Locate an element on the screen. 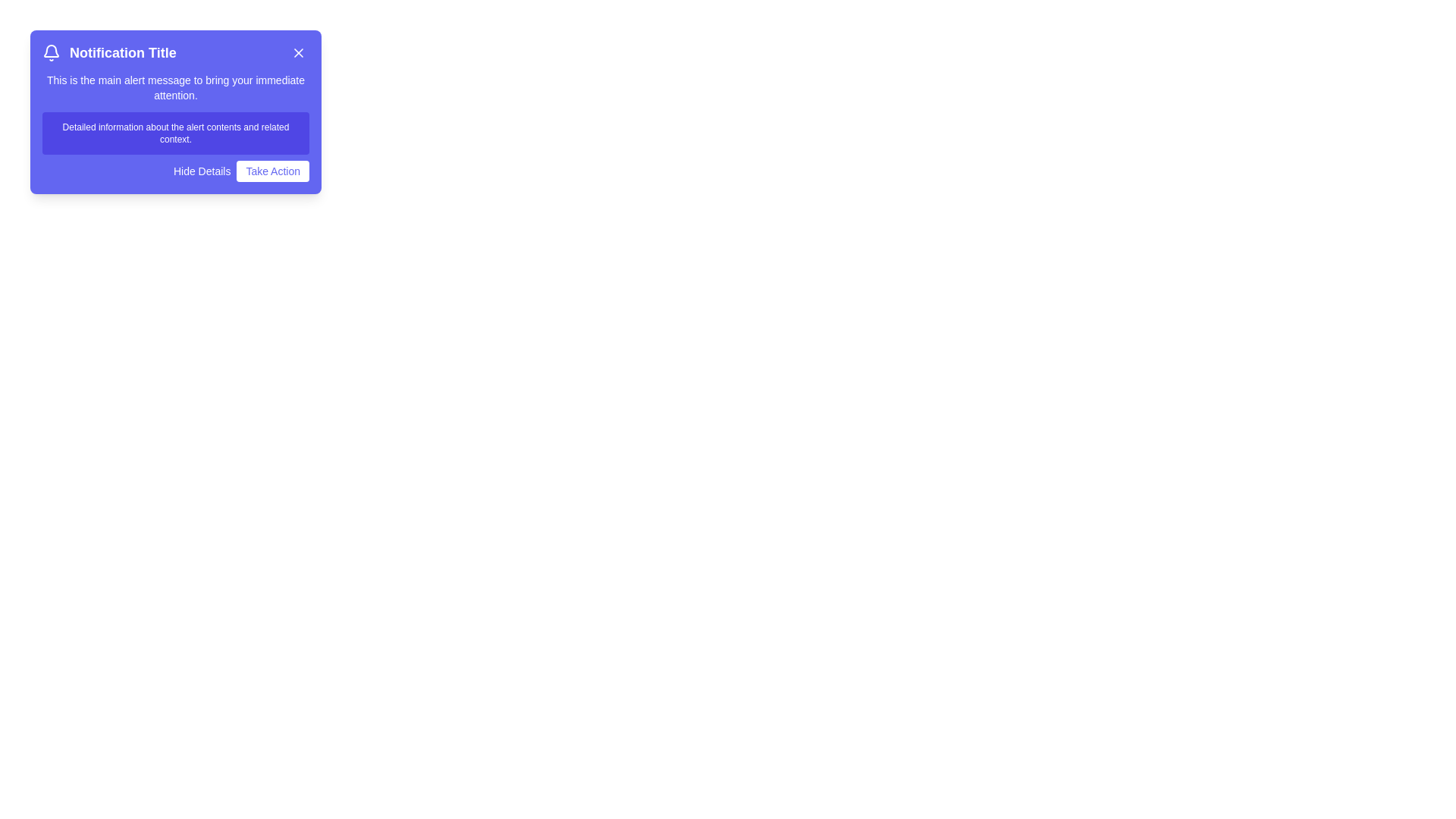 Image resolution: width=1456 pixels, height=819 pixels. the 'Hide Details' button to toggle the visibility of the details section is located at coordinates (200, 171).